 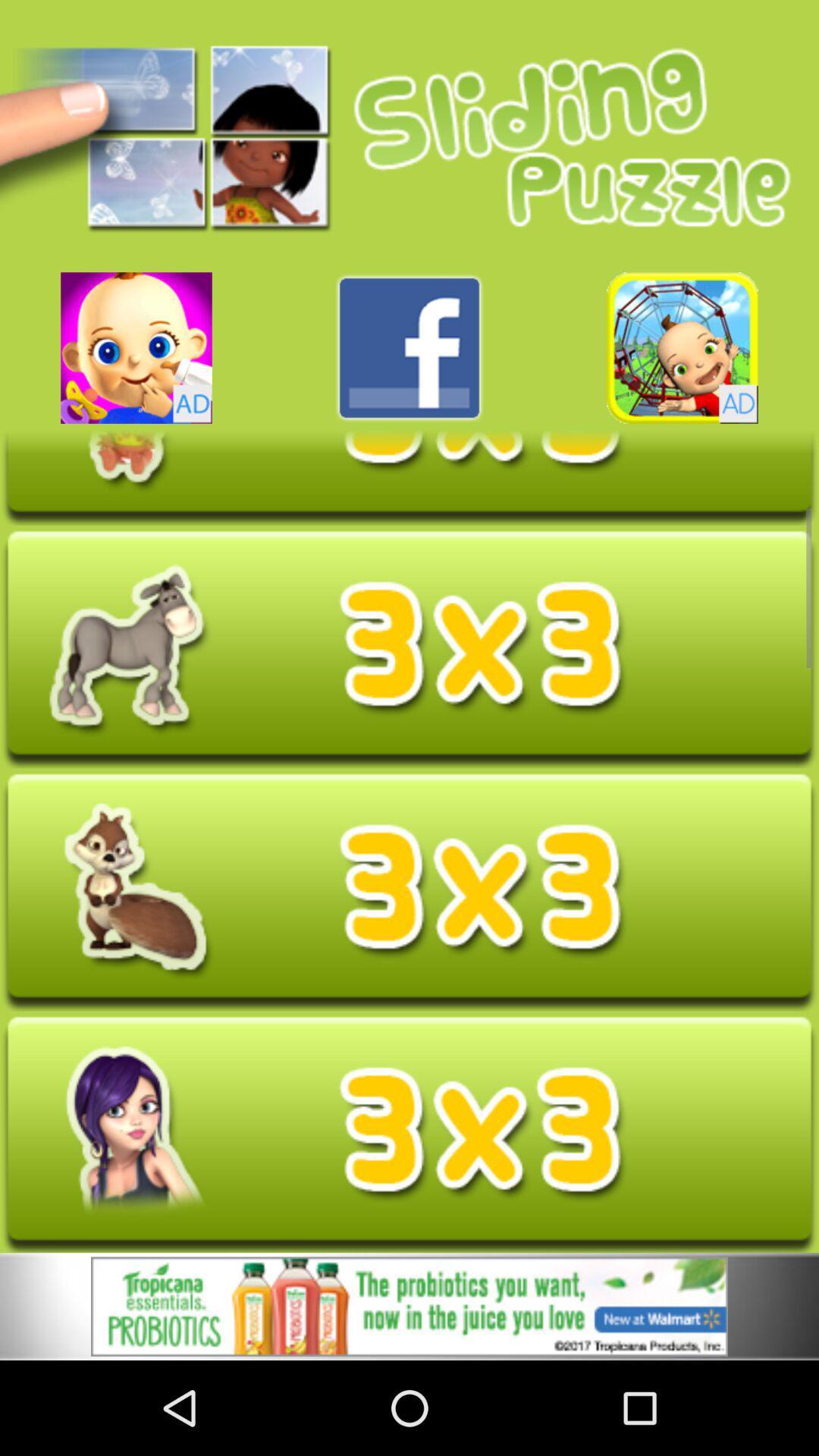 What do you see at coordinates (409, 476) in the screenshot?
I see `three times three` at bounding box center [409, 476].